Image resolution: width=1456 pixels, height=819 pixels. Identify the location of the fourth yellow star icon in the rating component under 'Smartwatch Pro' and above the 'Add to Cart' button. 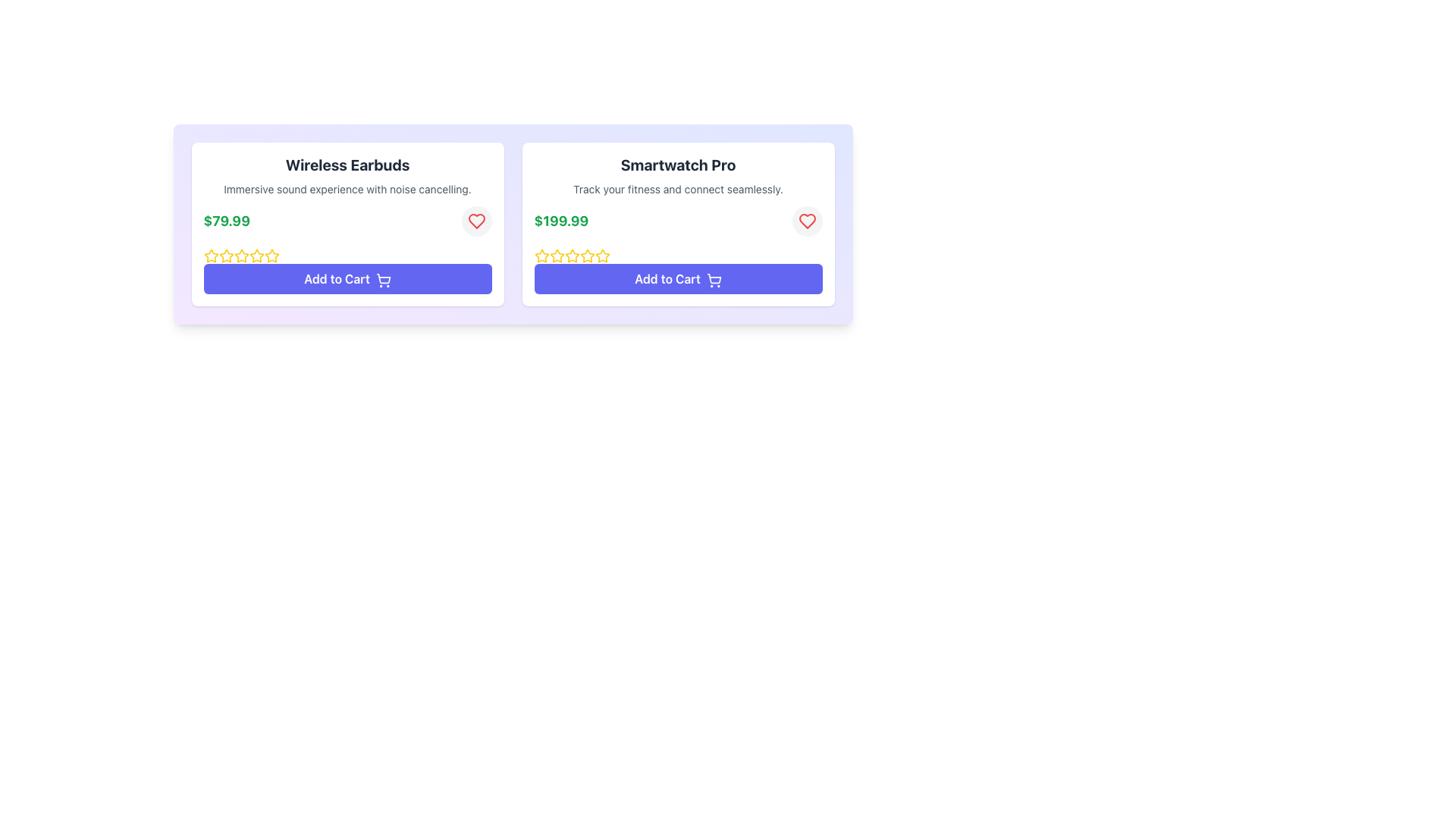
(571, 256).